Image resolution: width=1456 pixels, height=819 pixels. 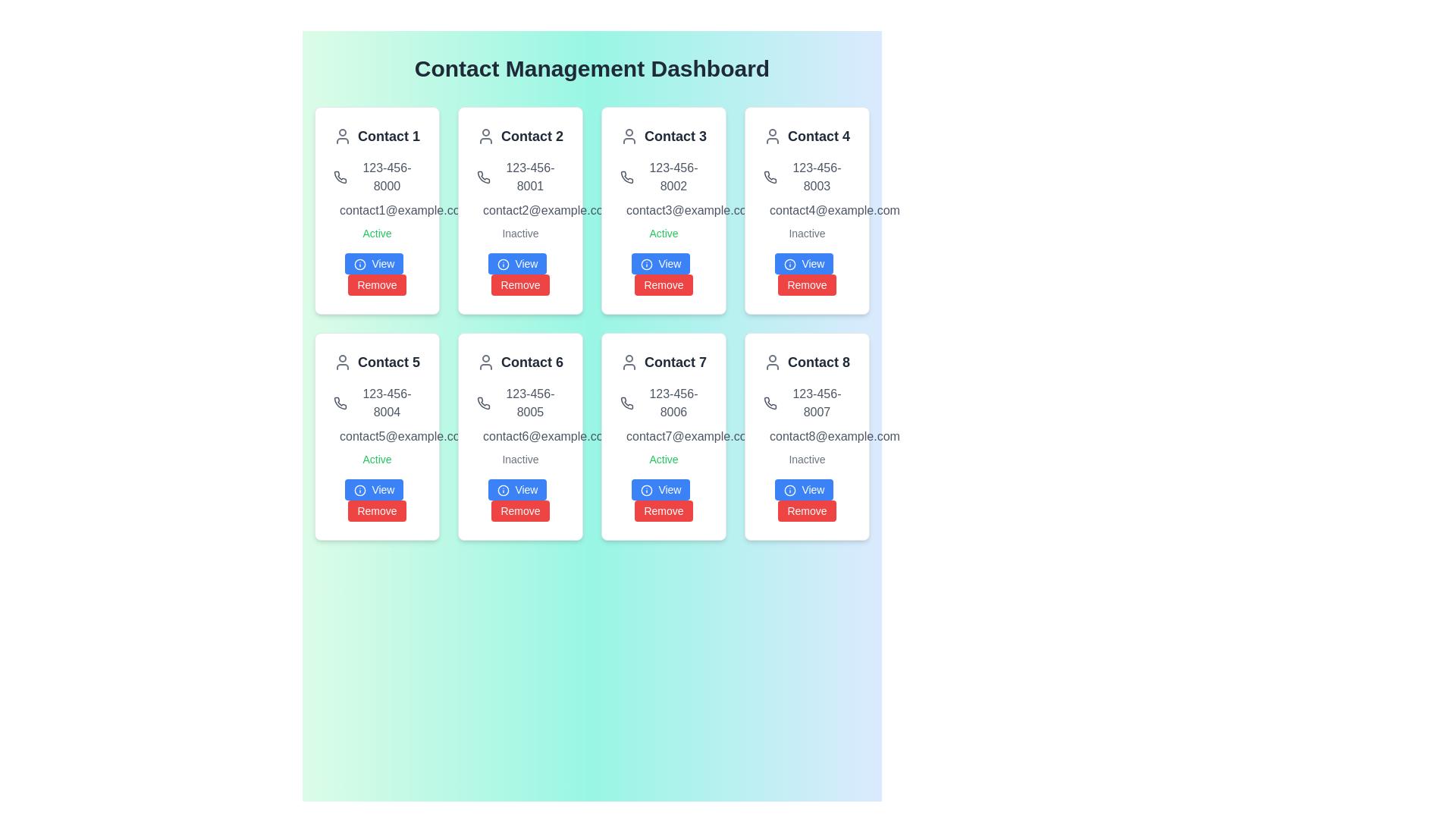 What do you see at coordinates (486, 136) in the screenshot?
I see `the user profile SVG icon representing 'Contact 2' located in the second card of the dashboard layout` at bounding box center [486, 136].